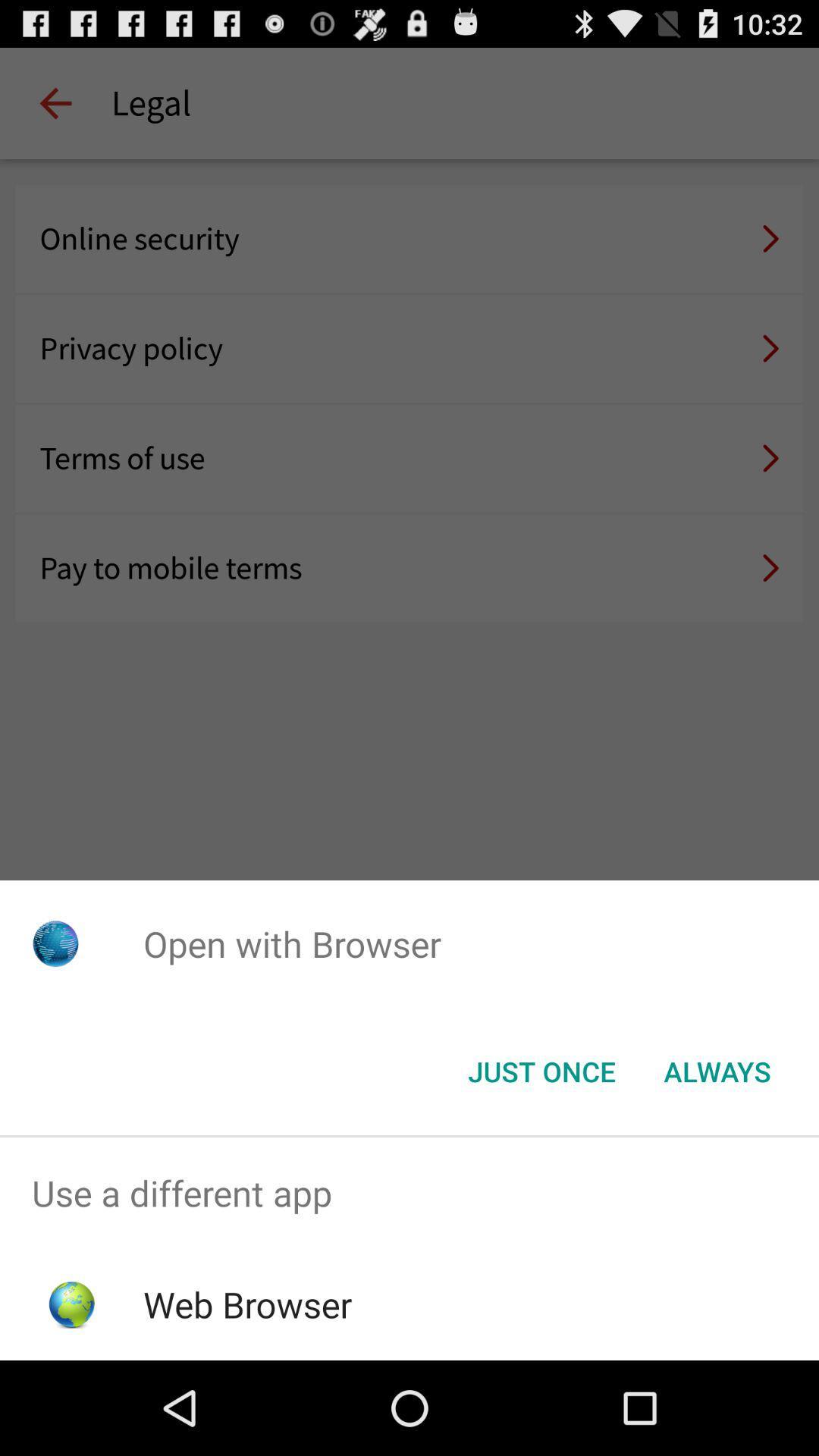  Describe the element at coordinates (409, 1192) in the screenshot. I see `icon above the web browser app` at that location.